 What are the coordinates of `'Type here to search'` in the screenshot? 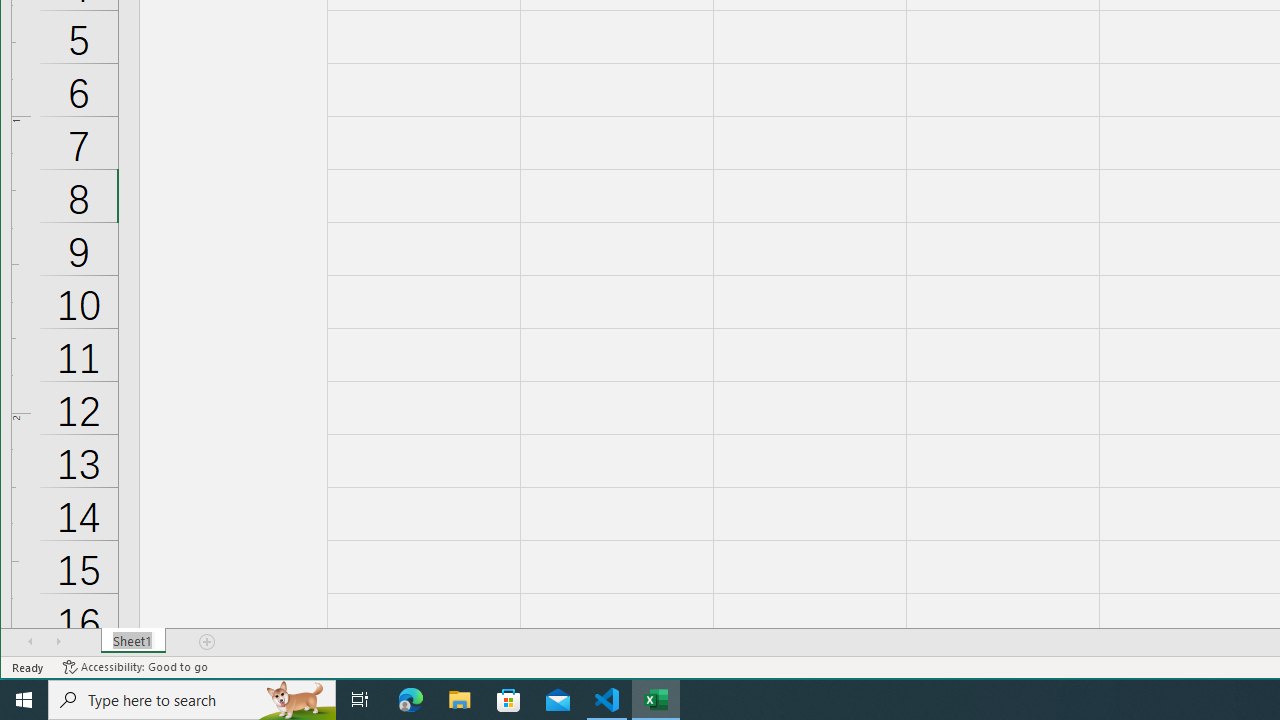 It's located at (192, 698).